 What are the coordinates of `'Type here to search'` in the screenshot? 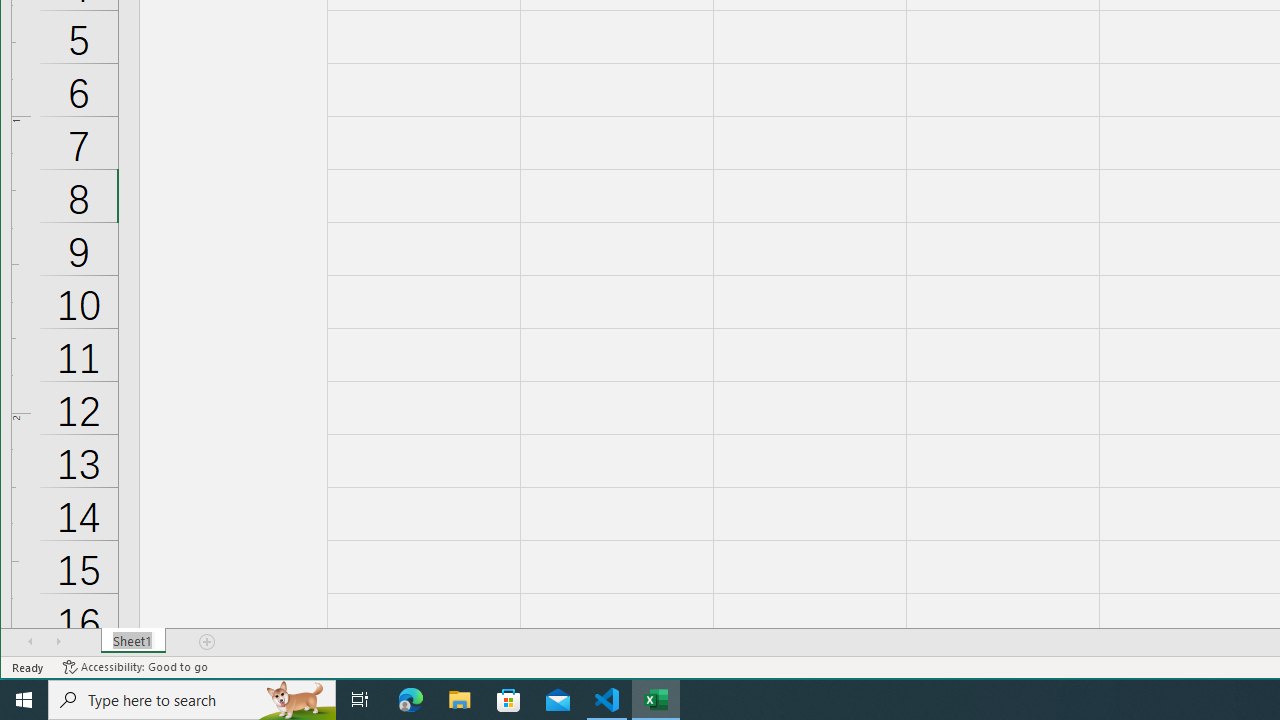 It's located at (192, 698).